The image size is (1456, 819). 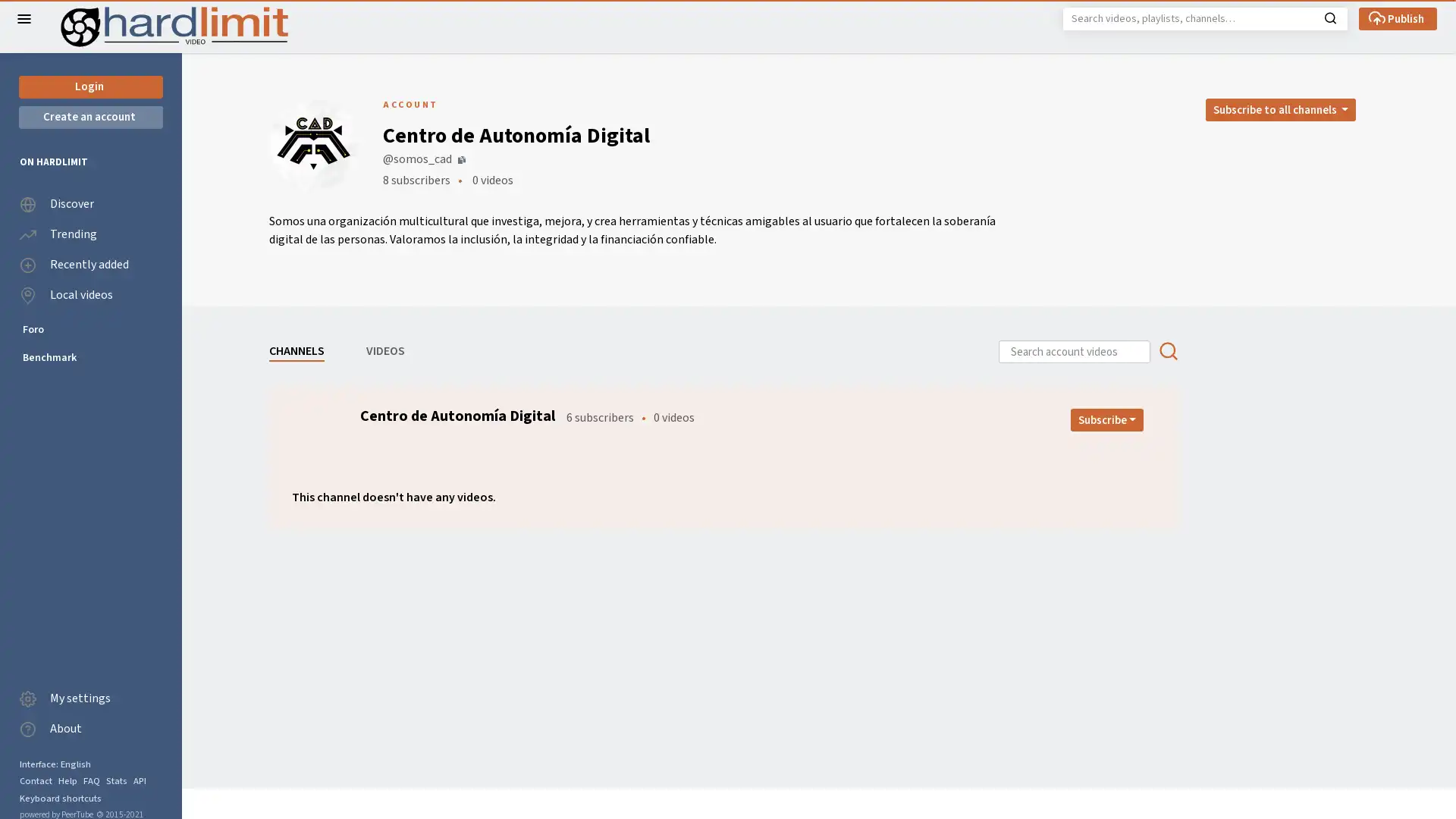 I want to click on Search, so click(x=1329, y=17).